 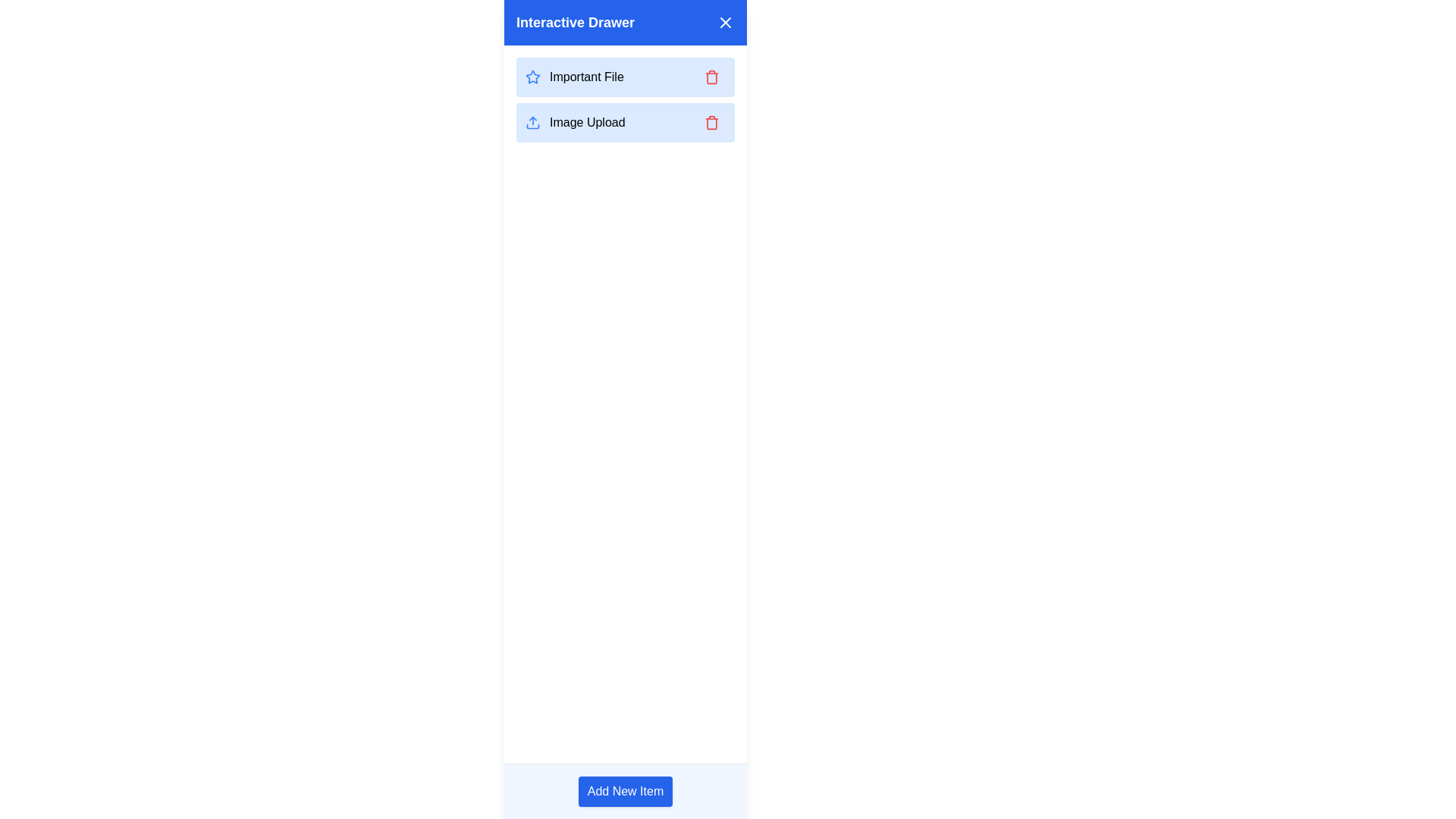 What do you see at coordinates (585, 77) in the screenshot?
I see `the text label indicating an important file in the sidebar titled 'Interactive Drawer', which is positioned centrally in the first row next to a blue star icon` at bounding box center [585, 77].